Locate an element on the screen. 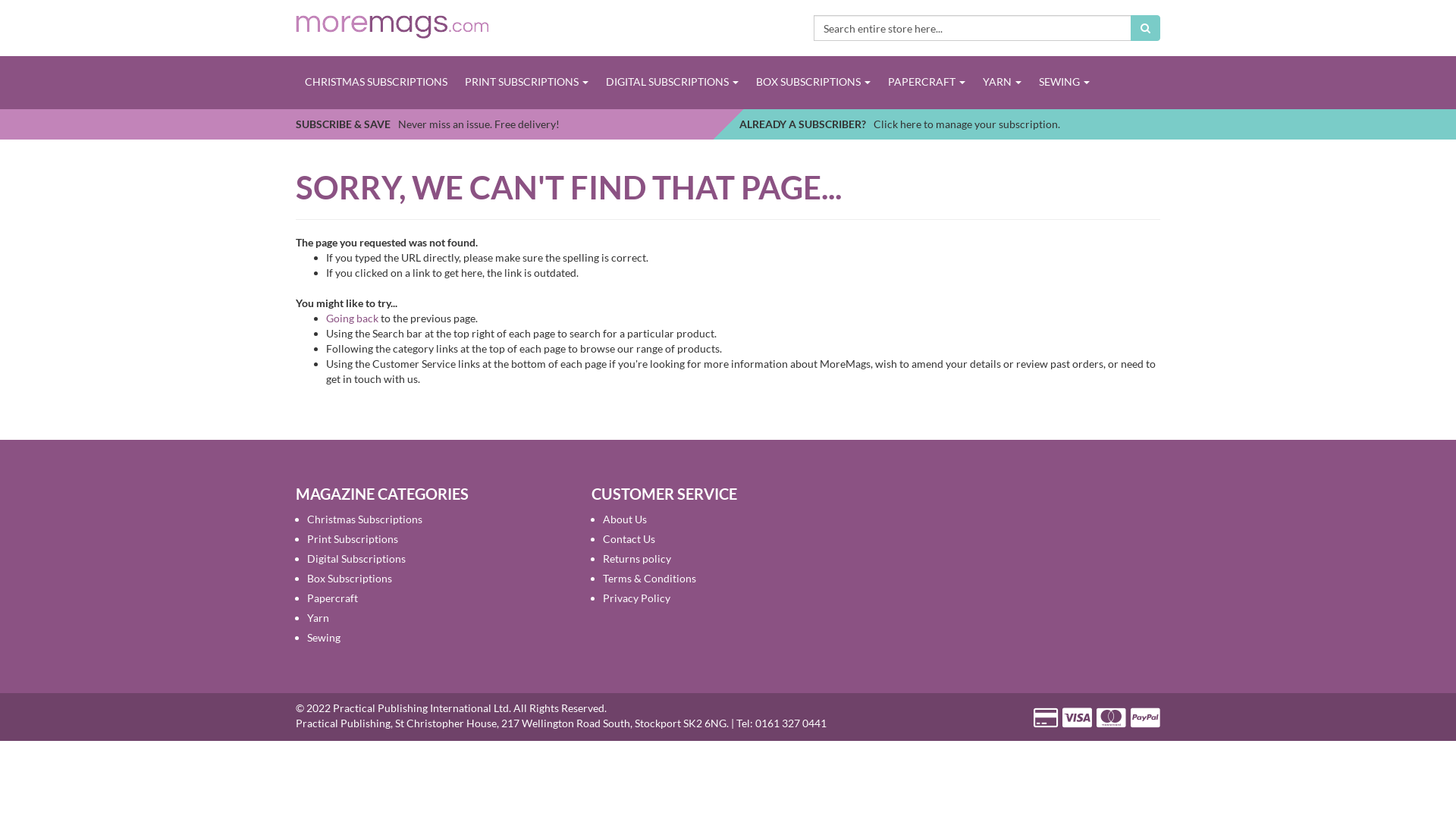 The image size is (1456, 819). 'Print Subscriptions' is located at coordinates (306, 538).